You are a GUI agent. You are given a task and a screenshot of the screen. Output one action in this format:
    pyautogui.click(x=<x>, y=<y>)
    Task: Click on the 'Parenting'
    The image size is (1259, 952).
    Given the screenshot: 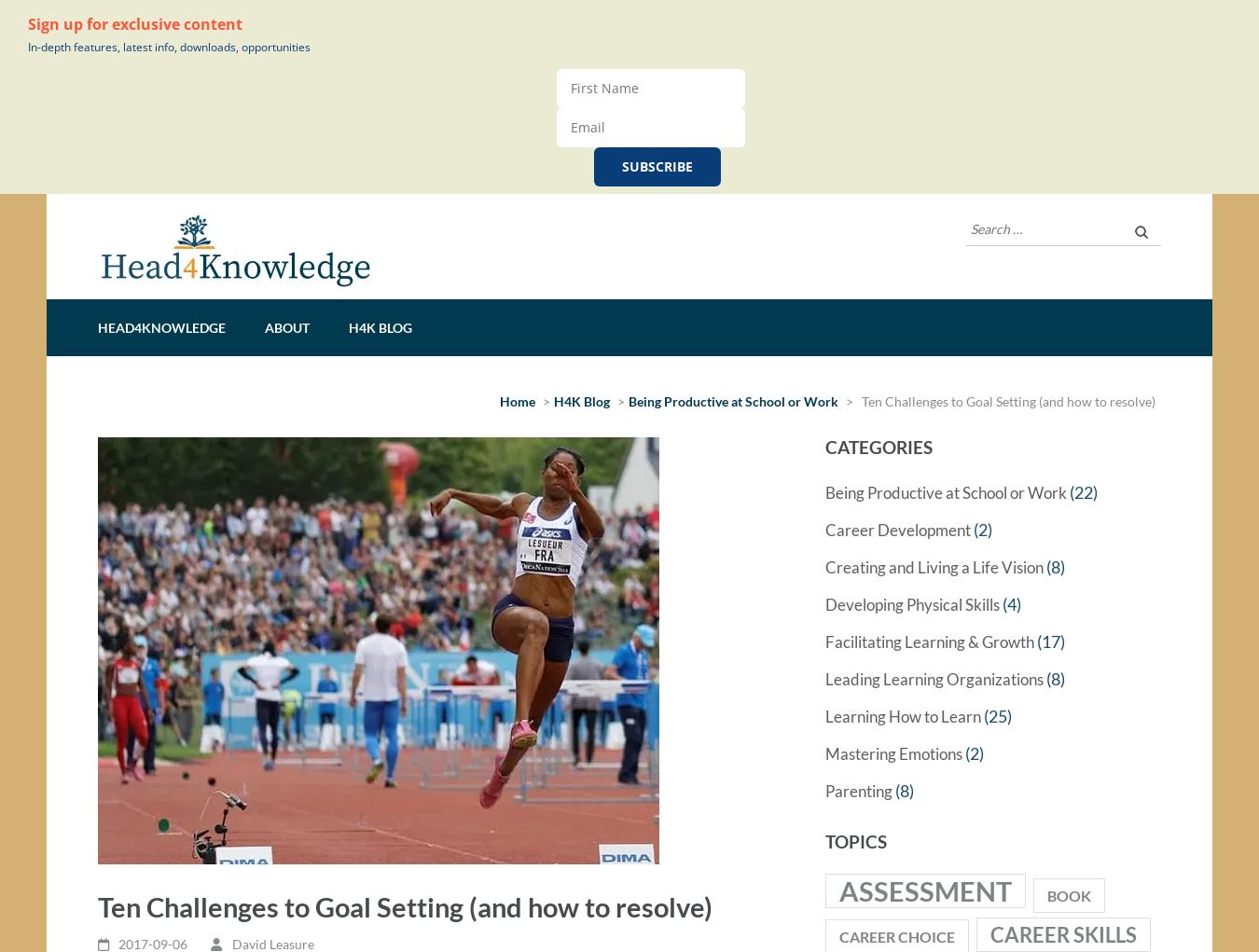 What is the action you would take?
    pyautogui.click(x=825, y=797)
    